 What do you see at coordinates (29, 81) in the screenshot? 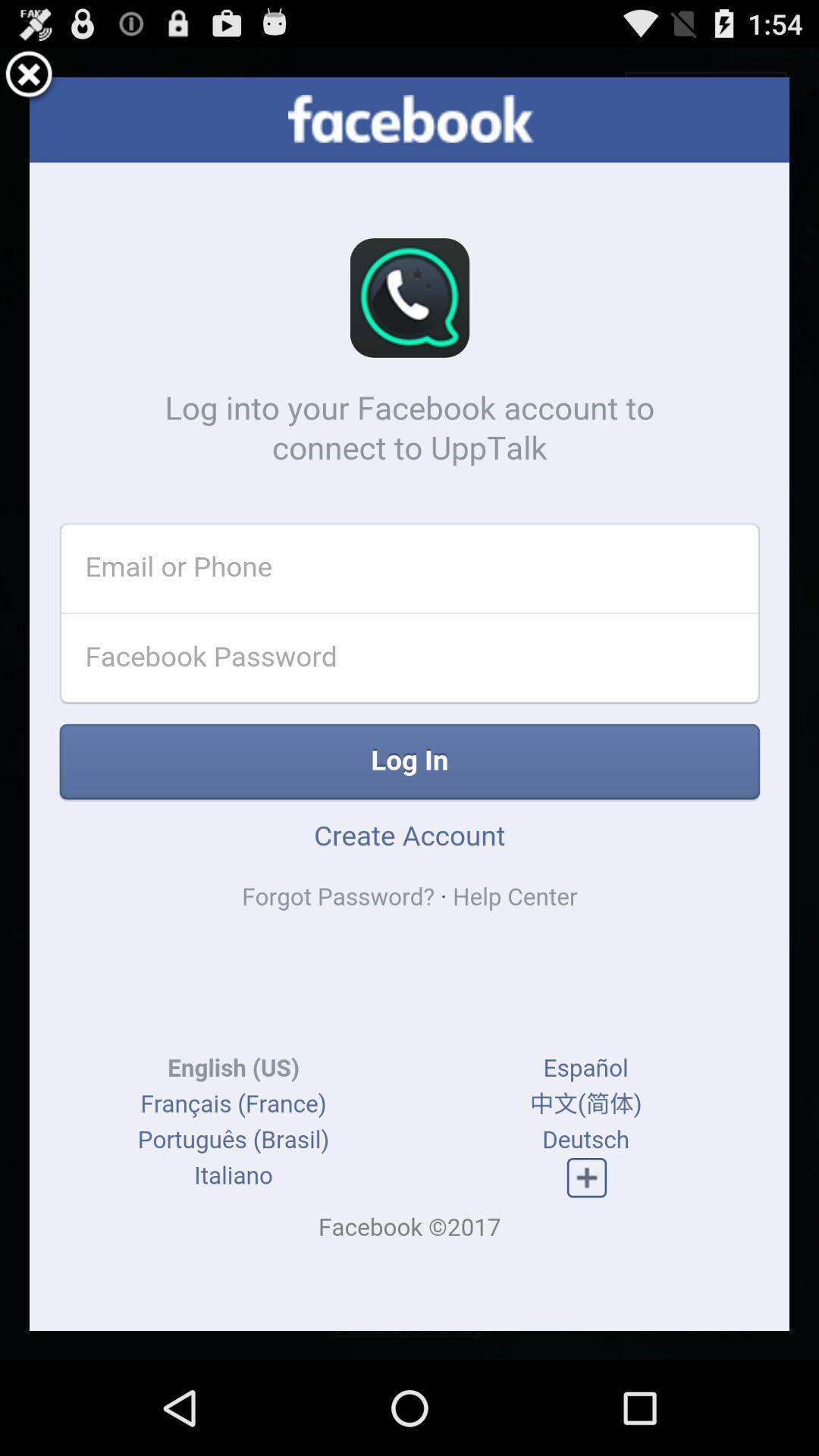
I see `the close icon` at bounding box center [29, 81].